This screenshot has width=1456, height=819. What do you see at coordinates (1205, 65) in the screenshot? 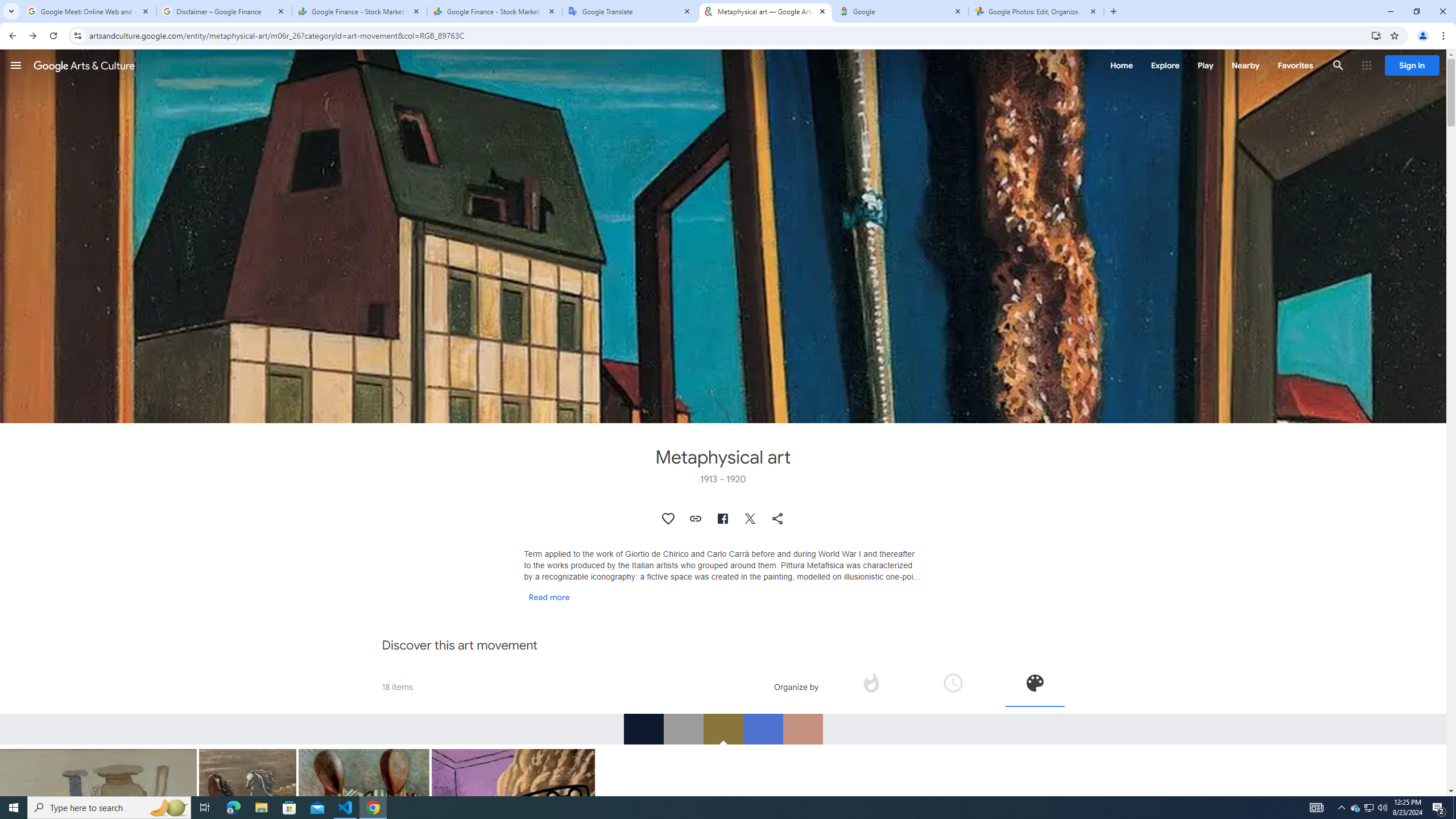
I see `'Play'` at bounding box center [1205, 65].